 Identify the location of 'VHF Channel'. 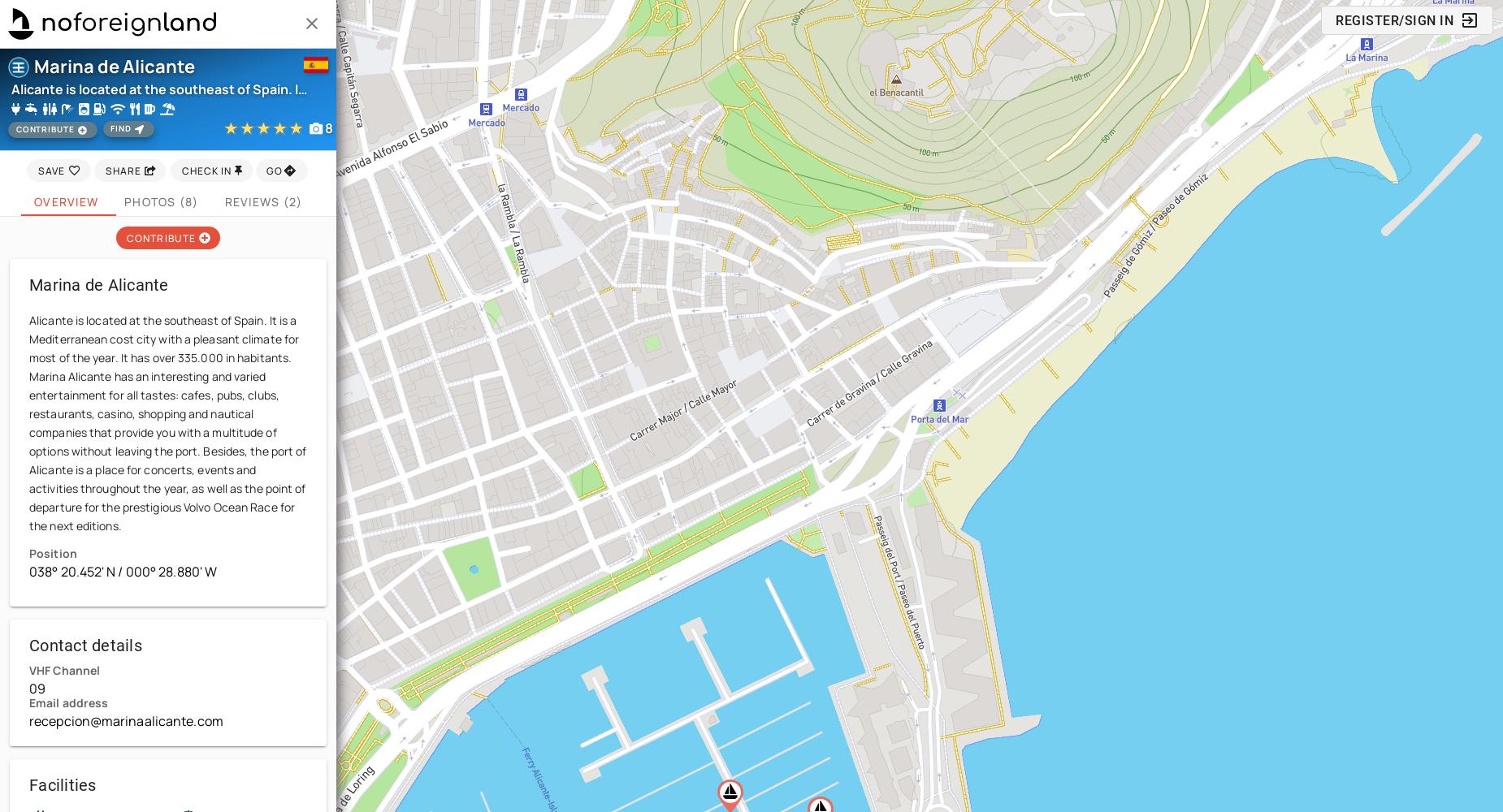
(63, 669).